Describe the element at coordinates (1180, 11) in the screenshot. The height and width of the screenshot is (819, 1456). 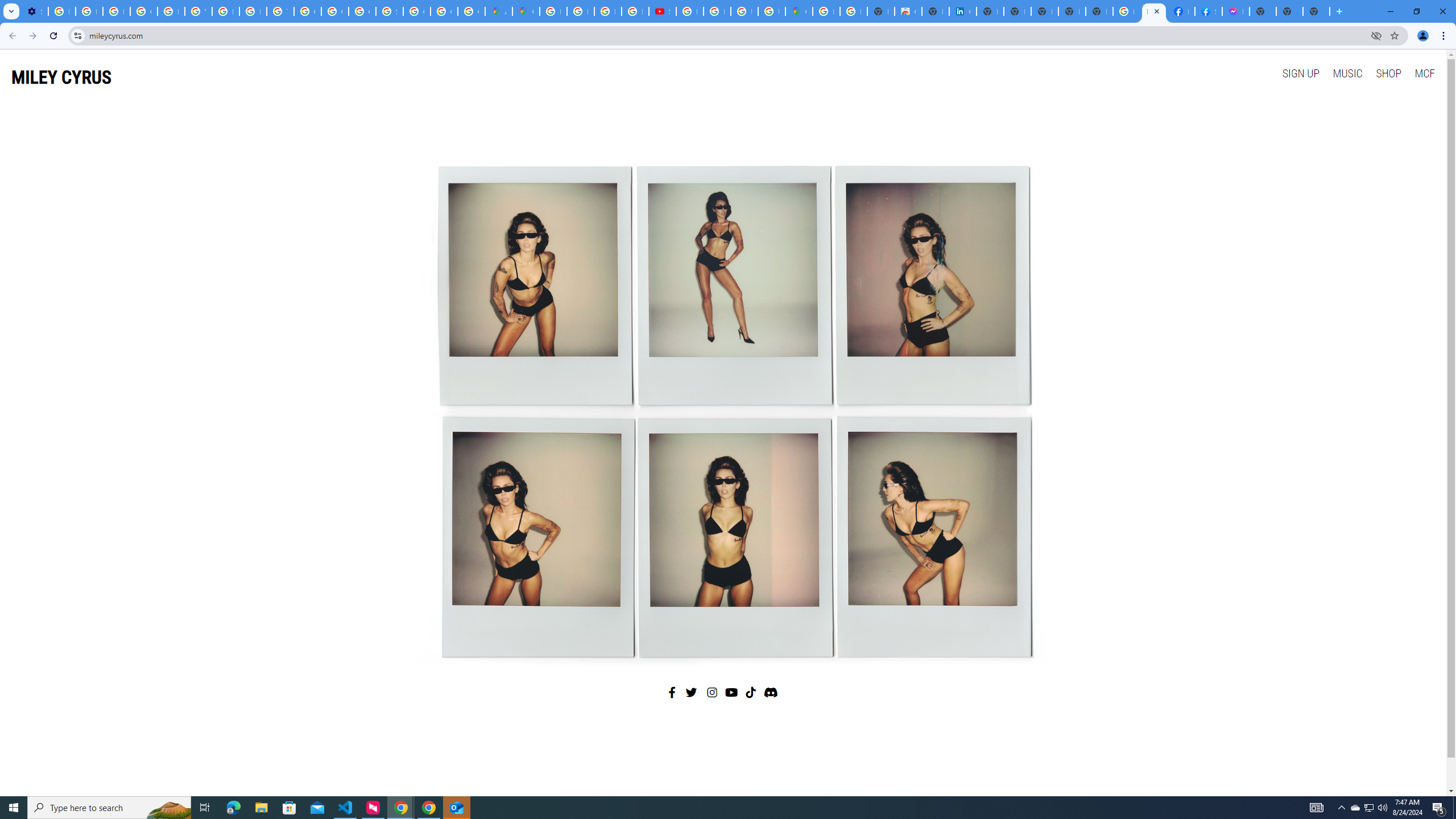
I see `'Miley Cyrus | Facebook'` at that location.